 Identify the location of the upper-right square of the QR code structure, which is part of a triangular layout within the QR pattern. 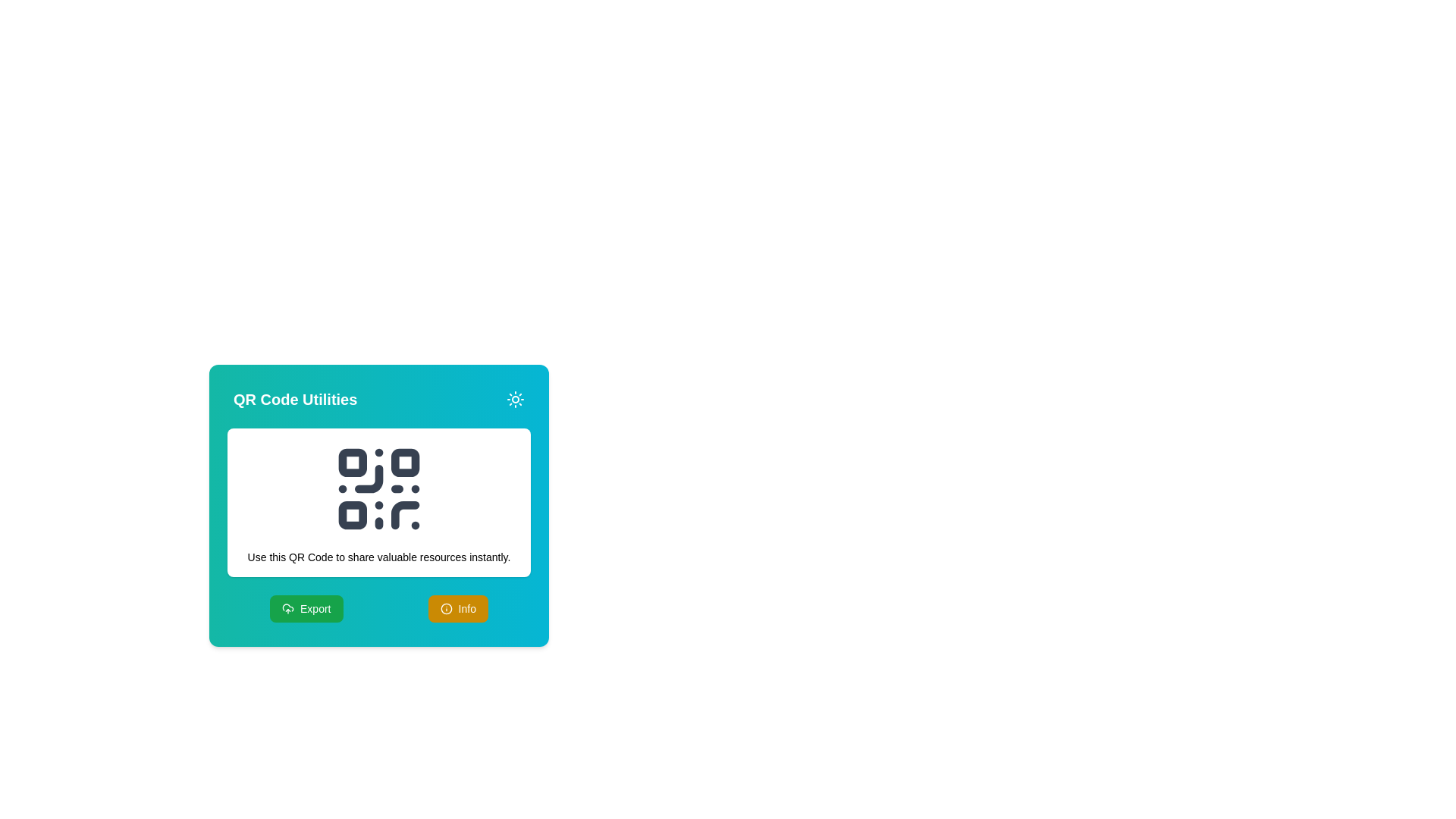
(405, 462).